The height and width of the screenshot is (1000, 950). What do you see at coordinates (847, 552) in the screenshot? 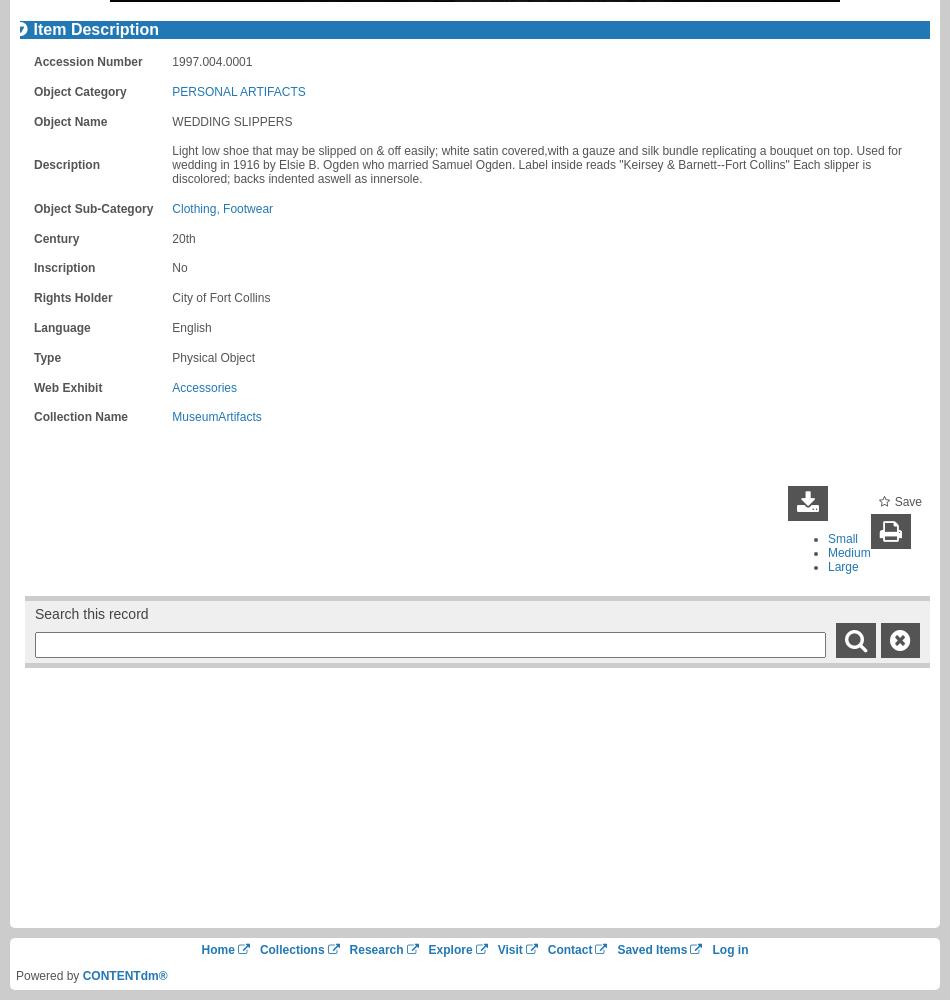
I see `'Medium'` at bounding box center [847, 552].